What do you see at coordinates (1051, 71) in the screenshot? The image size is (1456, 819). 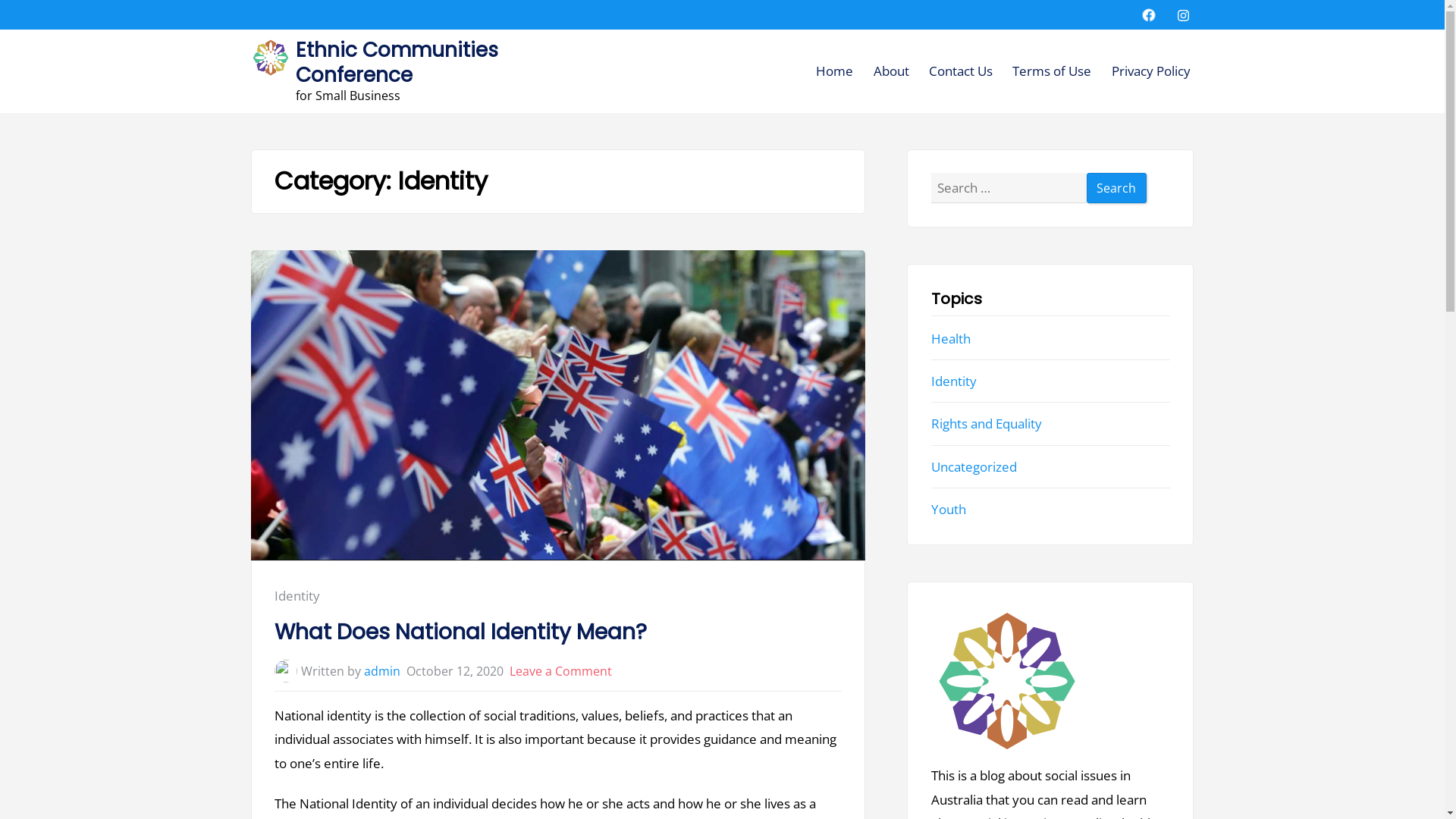 I see `'Terms of Use'` at bounding box center [1051, 71].